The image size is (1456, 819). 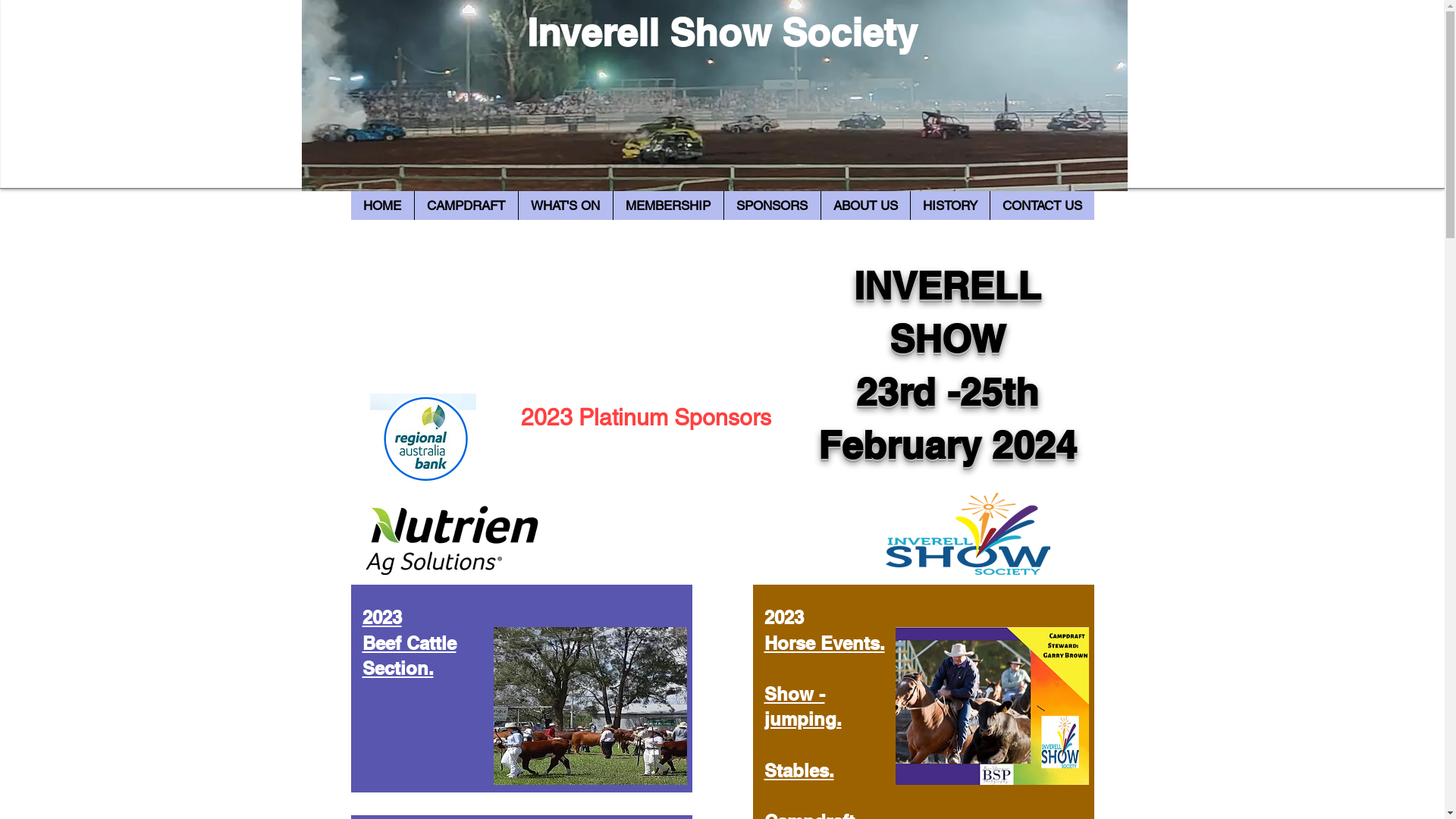 I want to click on 'HOME', so click(x=381, y=205).